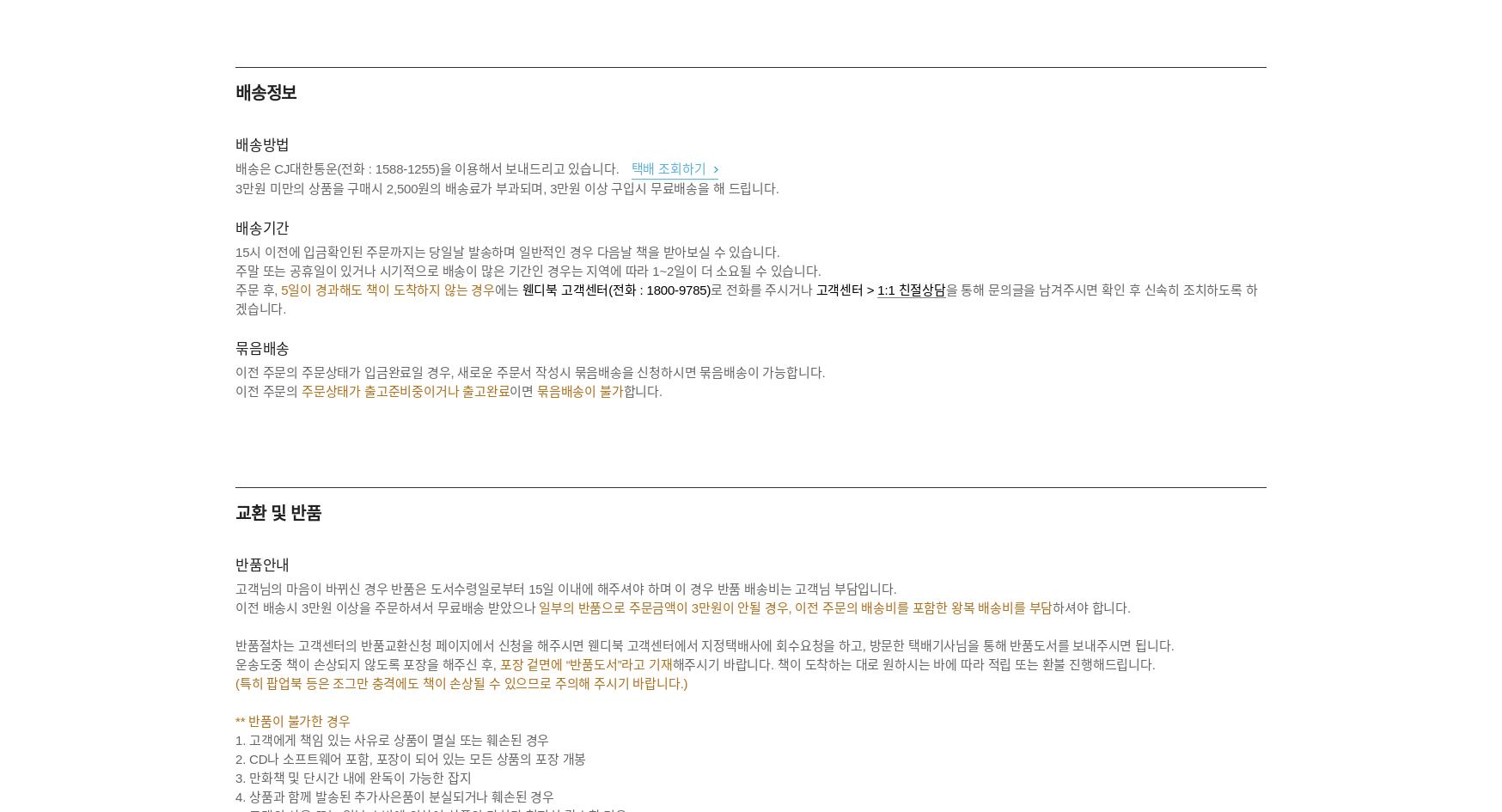 Image resolution: width=1502 pixels, height=812 pixels. I want to click on '5일이 경과해도 책이 도착하지 않는 경우', so click(387, 290).